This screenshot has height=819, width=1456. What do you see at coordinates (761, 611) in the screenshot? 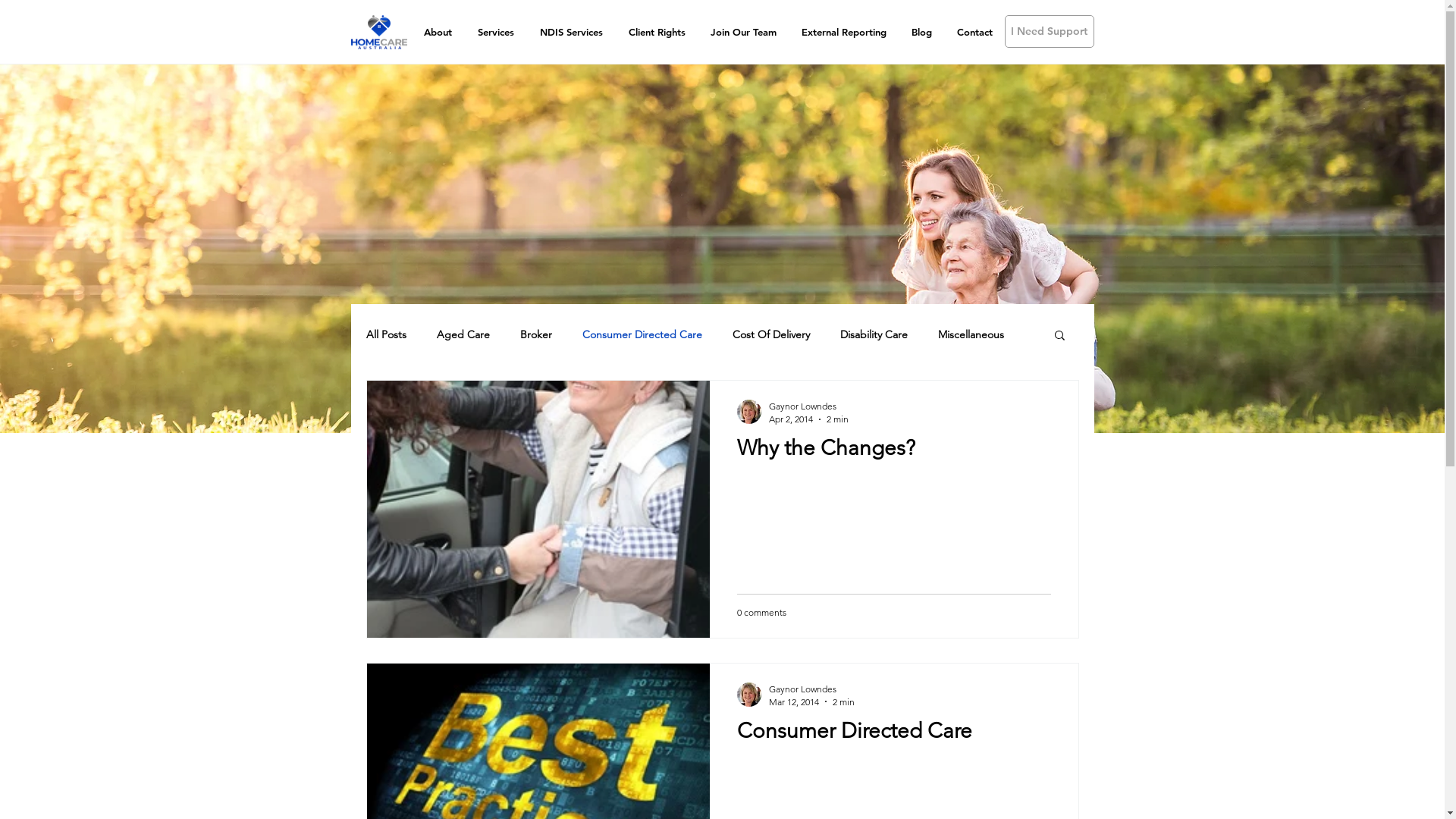
I see `'0 comments'` at bounding box center [761, 611].